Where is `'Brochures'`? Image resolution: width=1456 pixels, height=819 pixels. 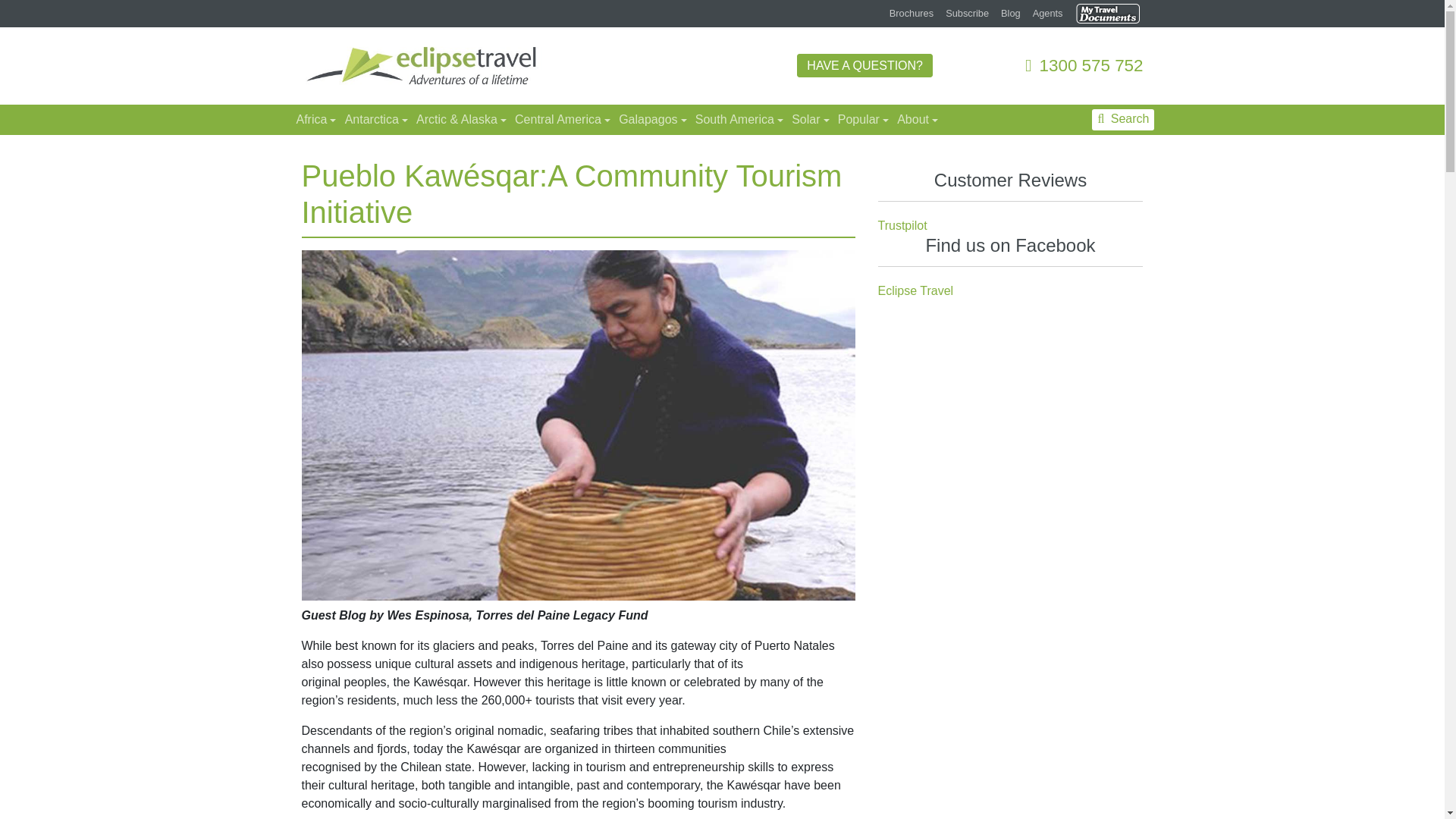 'Brochures' is located at coordinates (910, 13).